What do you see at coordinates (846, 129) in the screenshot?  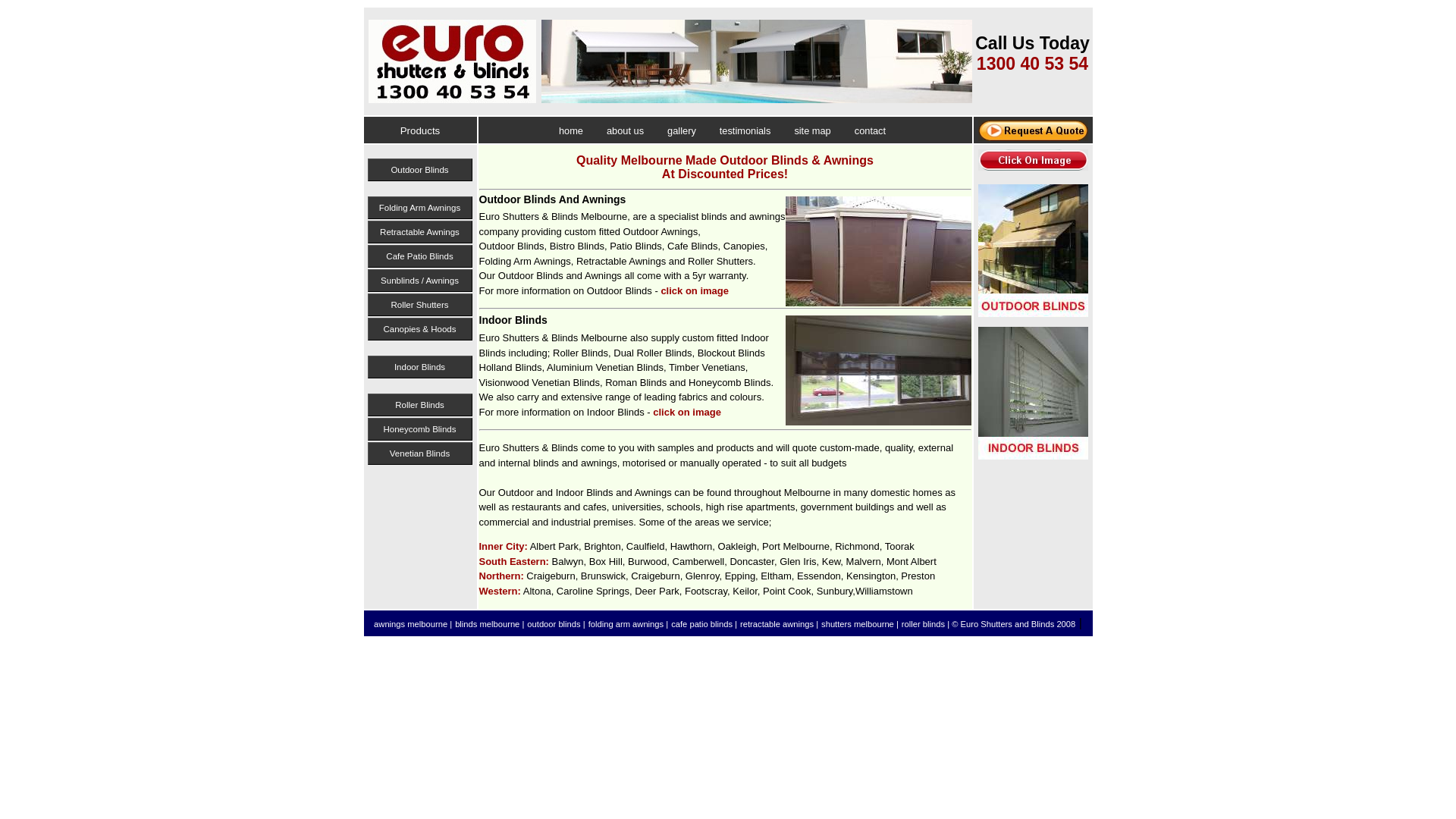 I see `'contact'` at bounding box center [846, 129].